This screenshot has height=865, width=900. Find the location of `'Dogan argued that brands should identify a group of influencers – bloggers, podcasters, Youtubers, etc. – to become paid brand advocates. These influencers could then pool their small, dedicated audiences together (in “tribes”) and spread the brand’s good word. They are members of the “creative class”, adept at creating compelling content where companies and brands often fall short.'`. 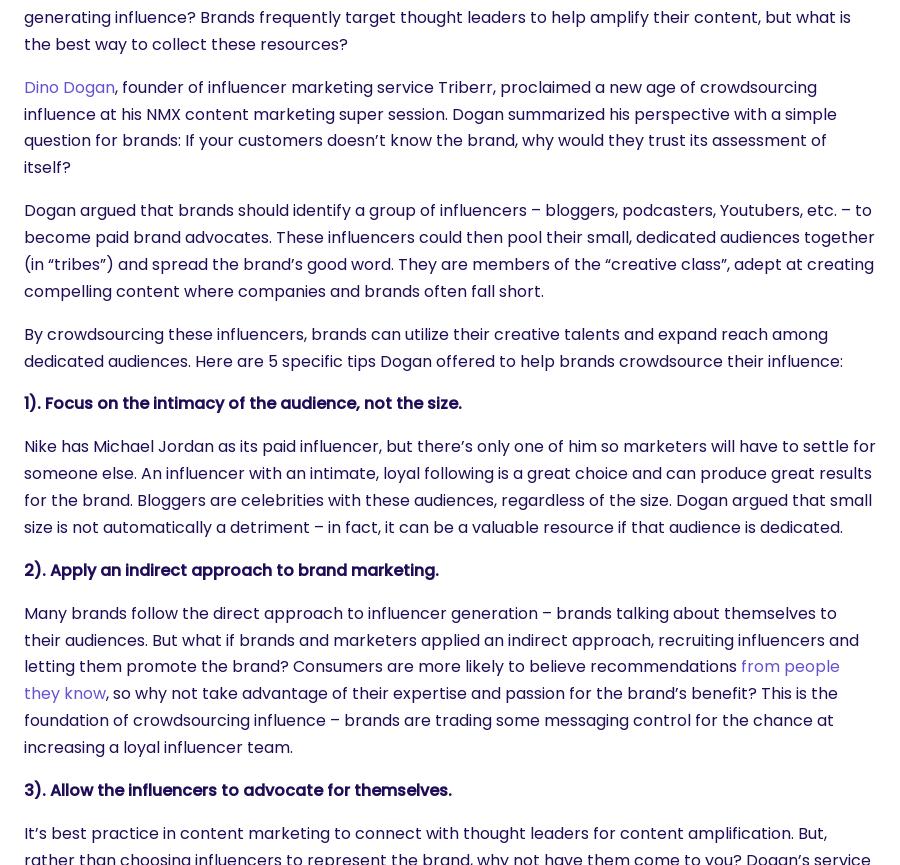

'Dogan argued that brands should identify a group of influencers – bloggers, podcasters, Youtubers, etc. – to become paid brand advocates. These influencers could then pool their small, dedicated audiences together (in “tribes”) and spread the brand’s good word. They are members of the “creative class”, adept at creating compelling content where companies and brands often fall short.' is located at coordinates (449, 249).